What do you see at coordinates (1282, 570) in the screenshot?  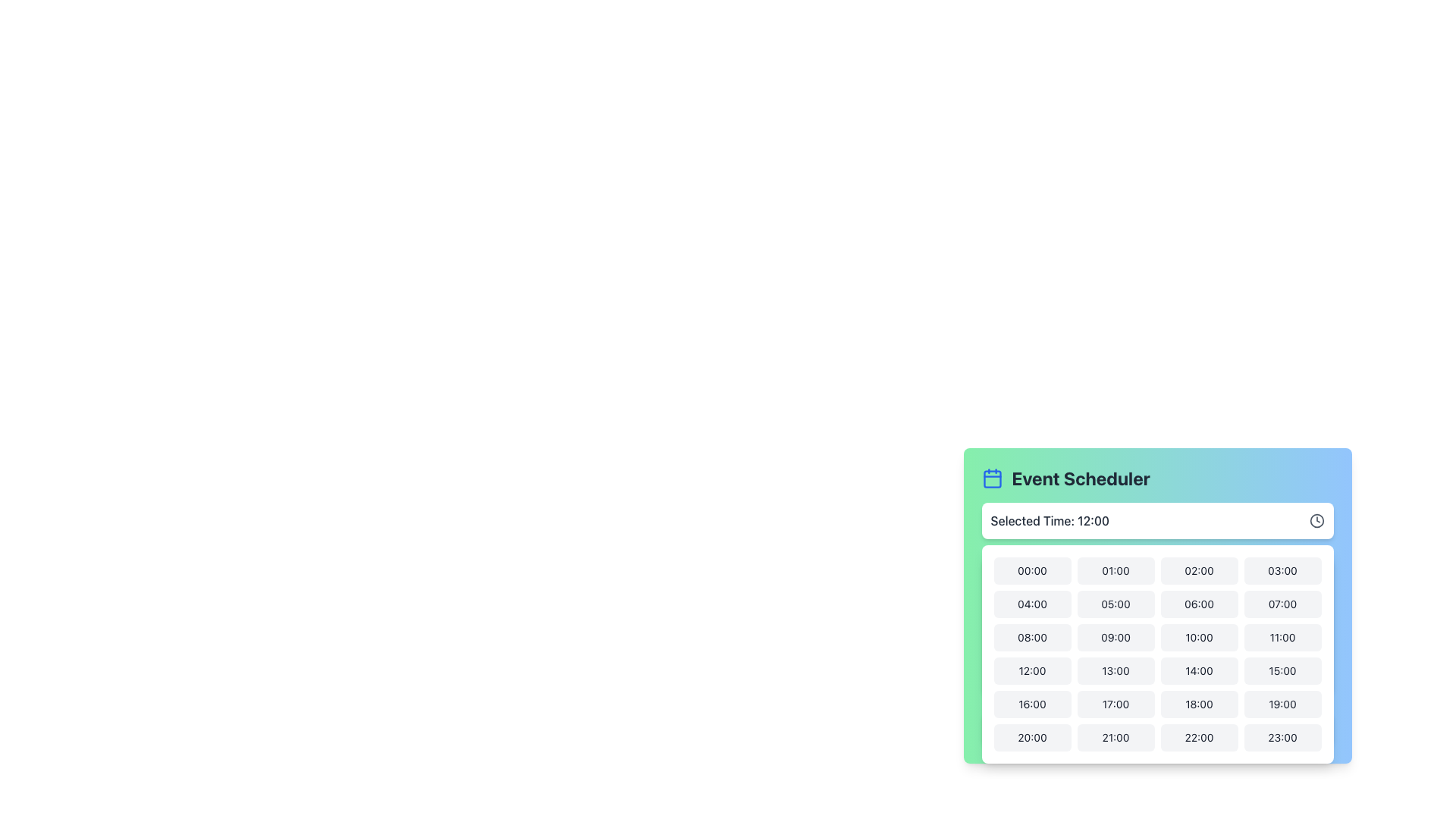 I see `the button labeled '03:00' in the 'Event Scheduler' UI to change its background color to light blue` at bounding box center [1282, 570].